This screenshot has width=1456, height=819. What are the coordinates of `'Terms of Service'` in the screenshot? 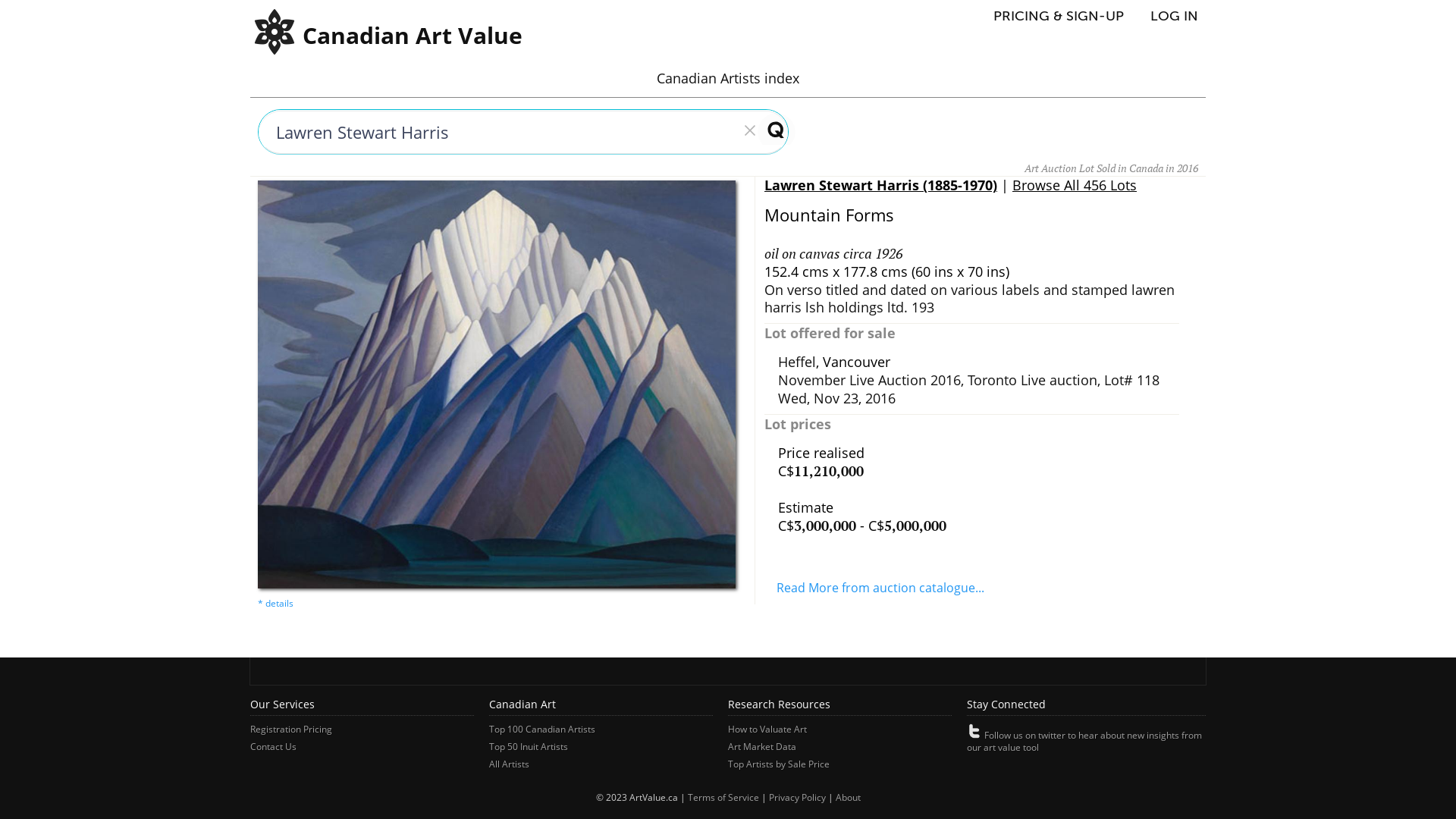 It's located at (722, 796).